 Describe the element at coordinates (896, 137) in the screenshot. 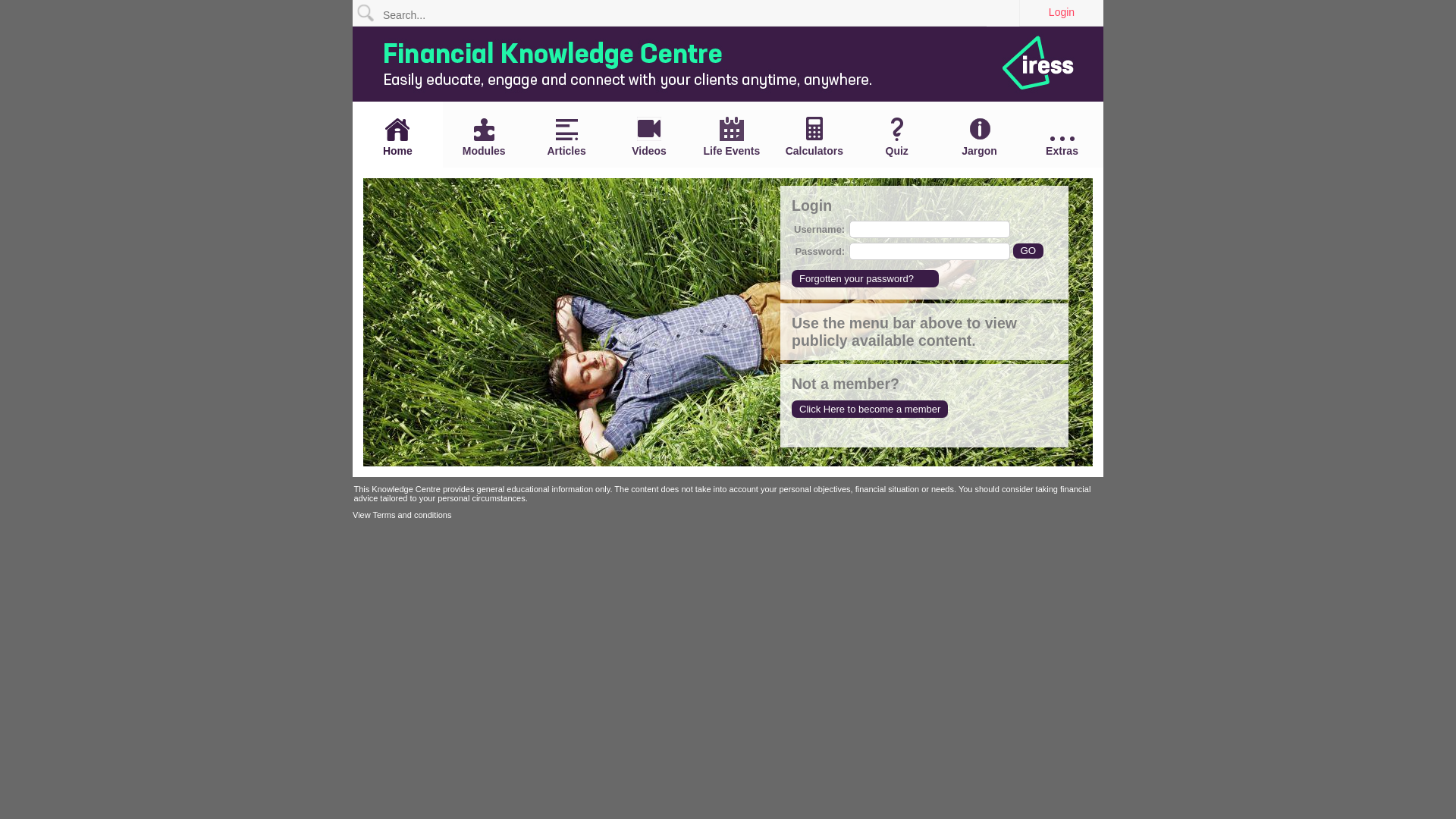

I see `'Quiz'` at that location.